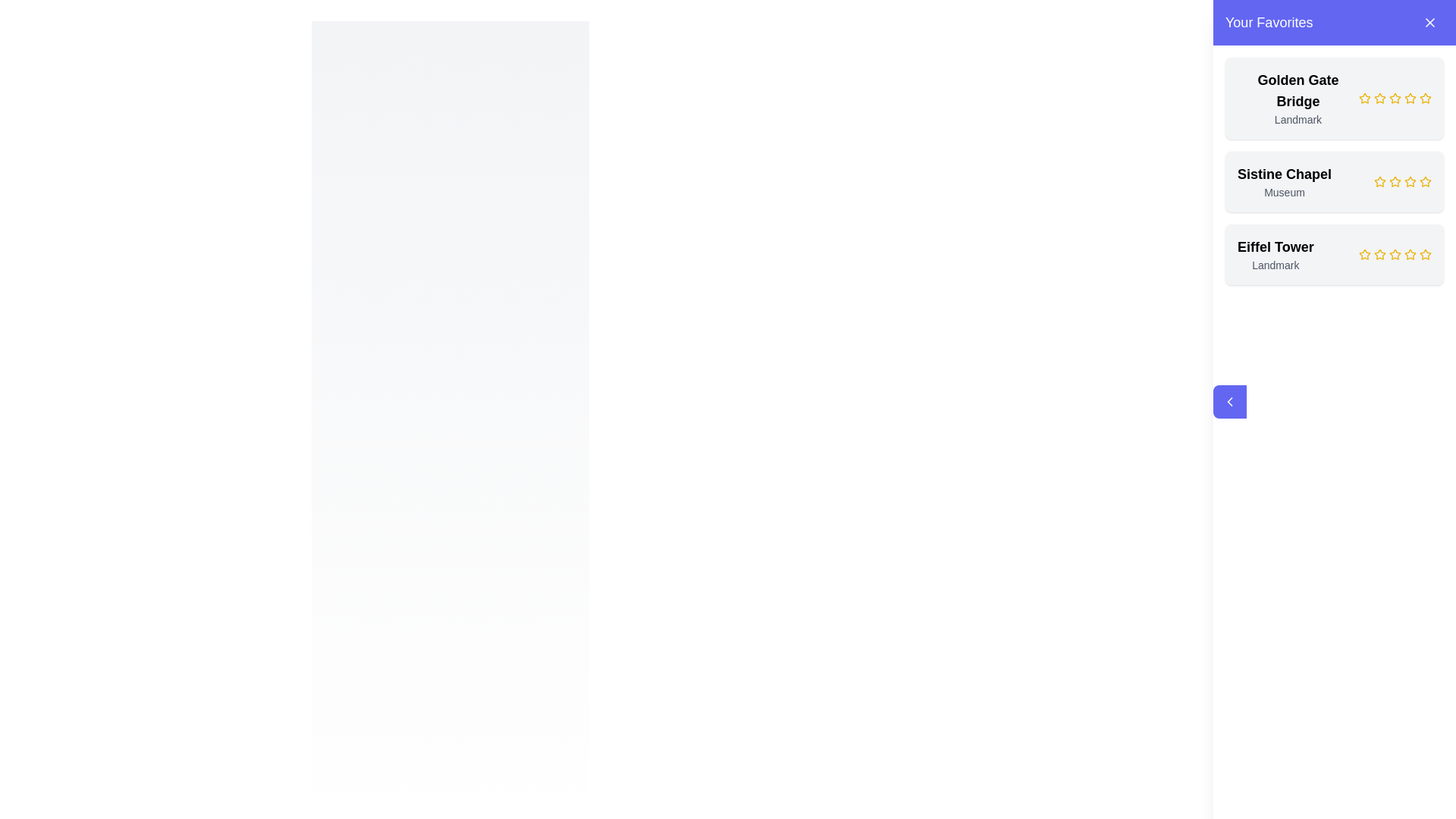 The width and height of the screenshot is (1456, 819). What do you see at coordinates (1425, 99) in the screenshot?
I see `the fifth yellow star icon in the five-star rating system for the 'Golden Gate Bridge' in the 'Your Favorites' section` at bounding box center [1425, 99].